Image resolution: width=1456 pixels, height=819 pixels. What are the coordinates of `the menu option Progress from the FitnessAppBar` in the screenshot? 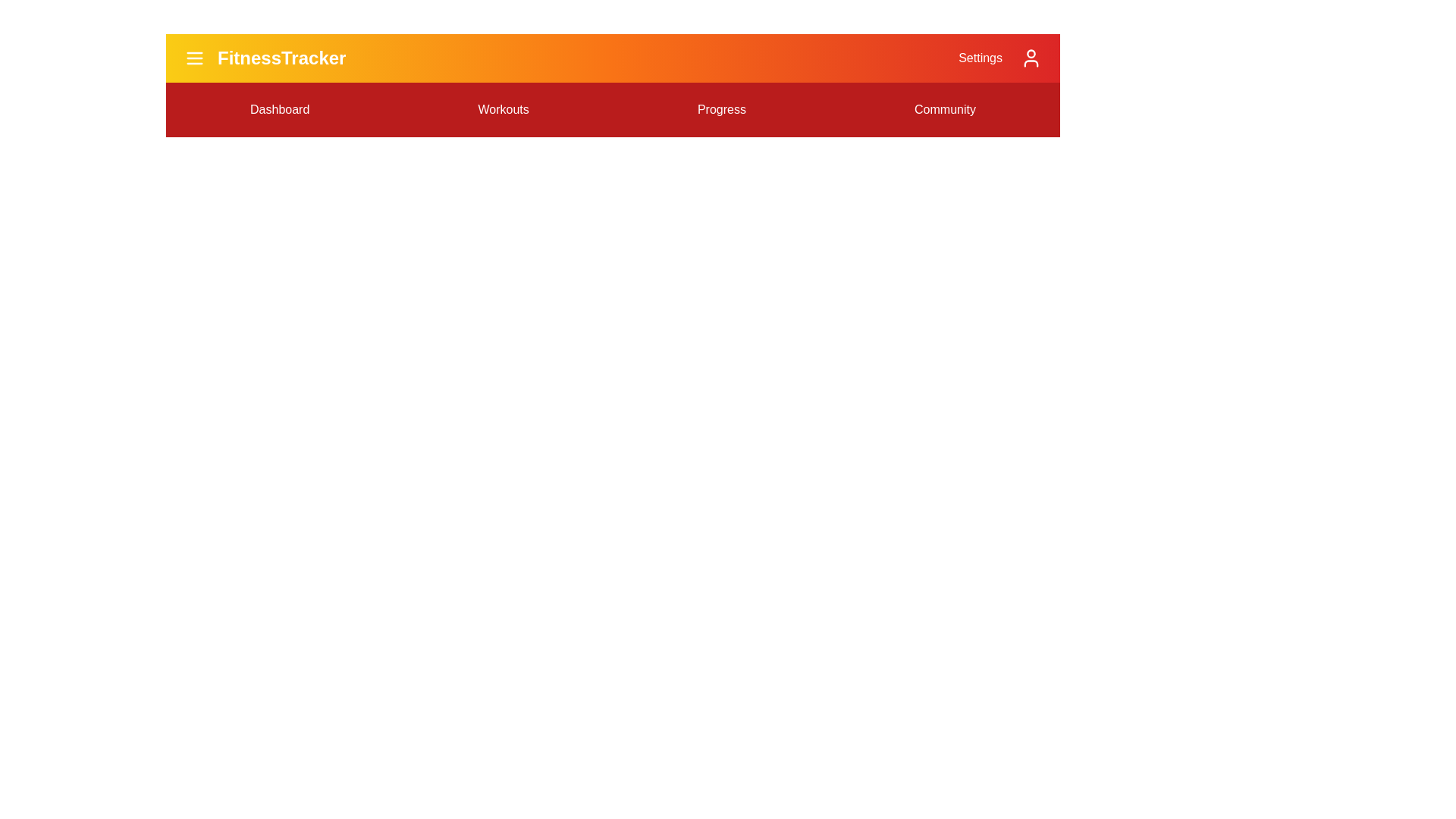 It's located at (720, 109).